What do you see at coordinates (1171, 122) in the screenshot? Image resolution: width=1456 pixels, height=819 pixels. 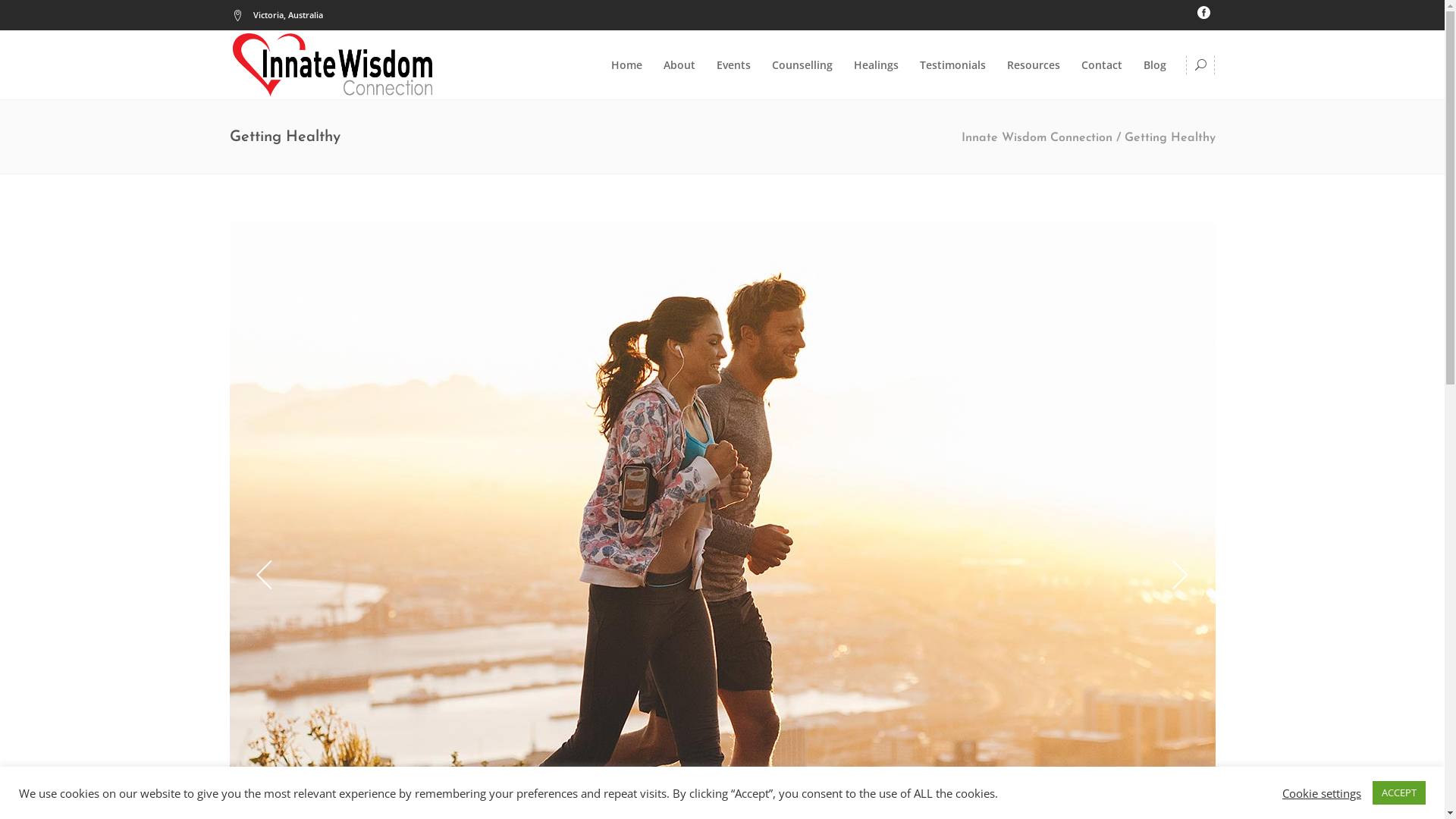 I see `'Search'` at bounding box center [1171, 122].